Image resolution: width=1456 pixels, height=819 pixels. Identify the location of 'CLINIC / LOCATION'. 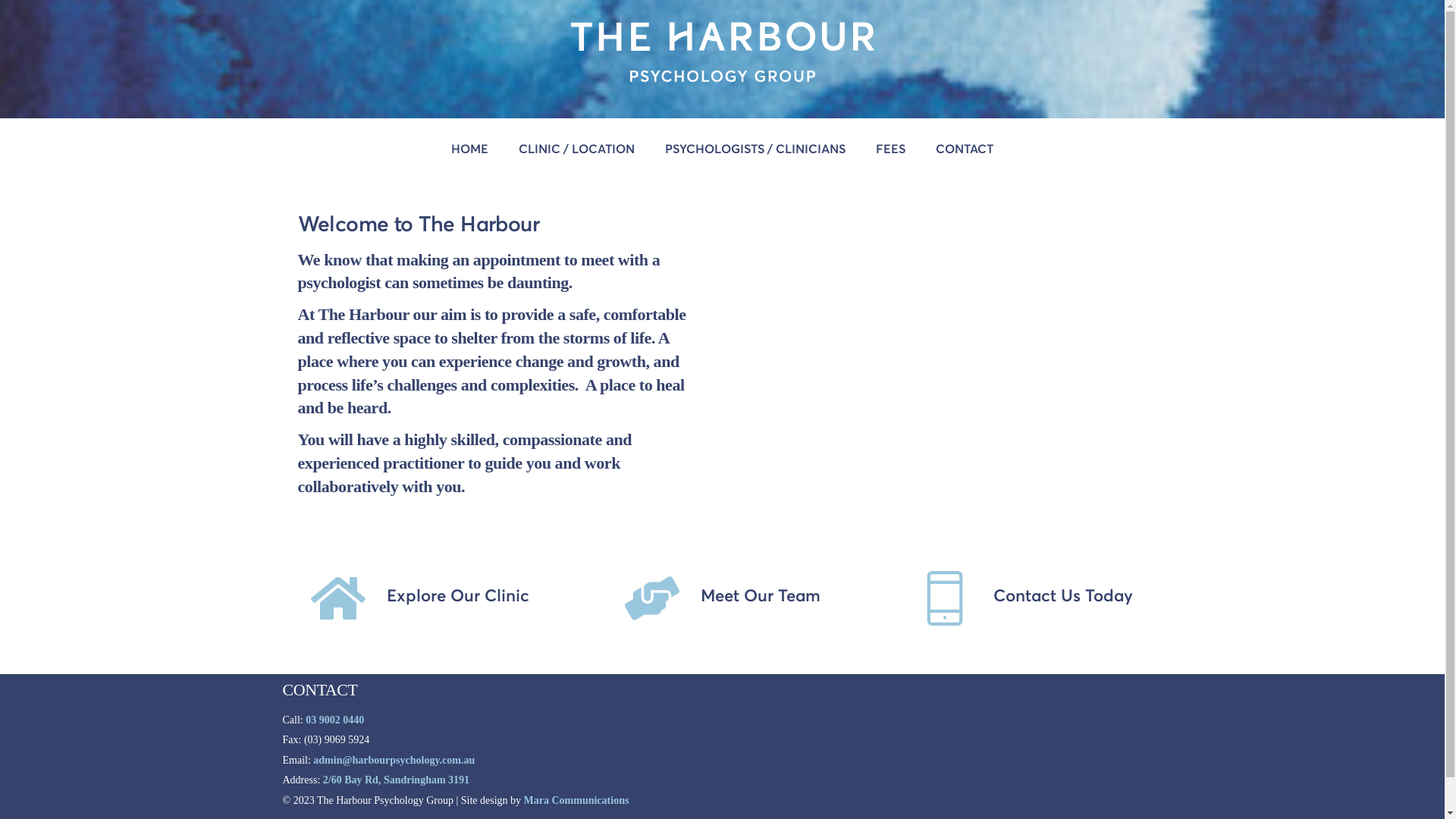
(576, 149).